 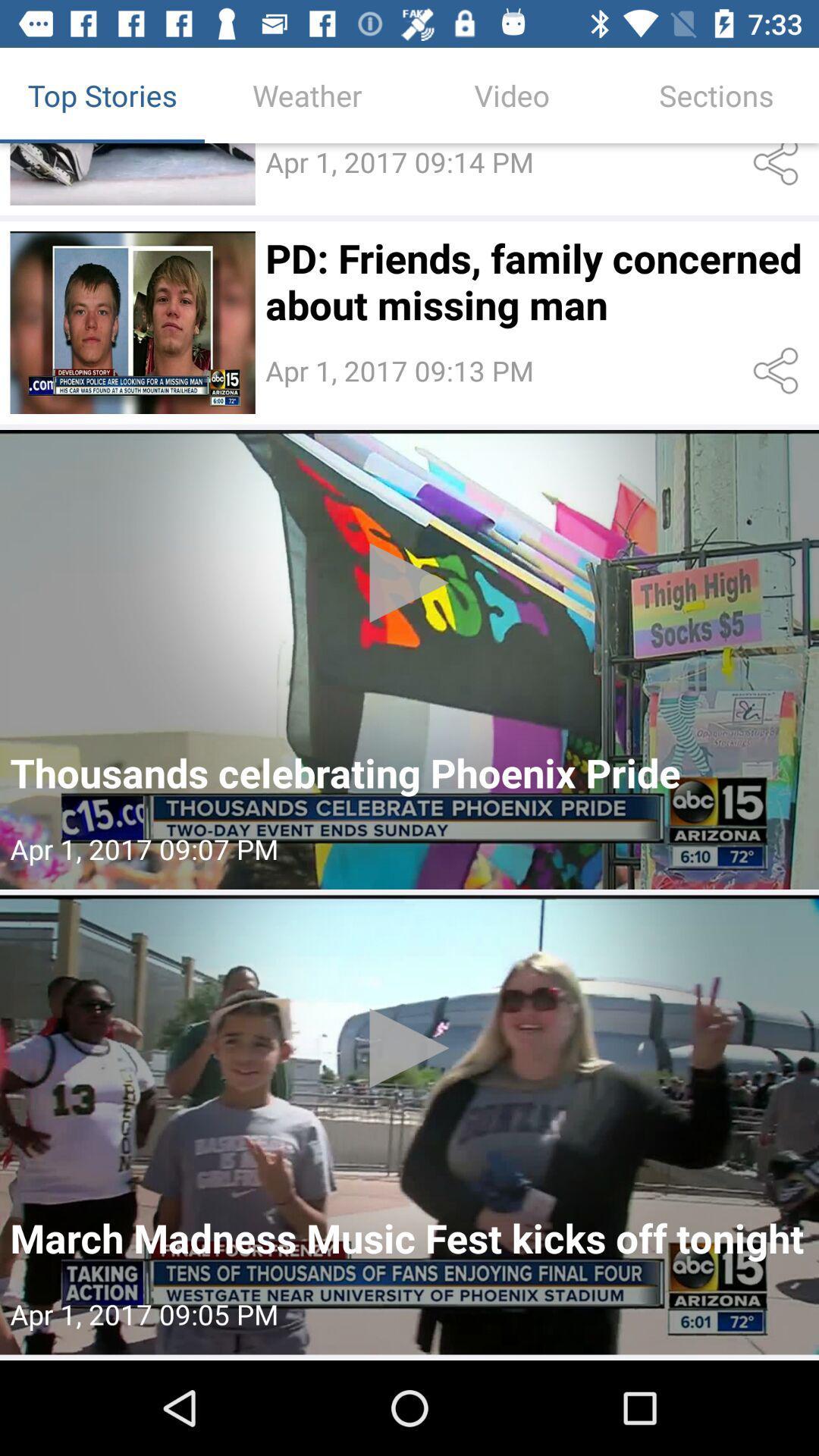 What do you see at coordinates (409, 659) in the screenshot?
I see `load news tile video` at bounding box center [409, 659].